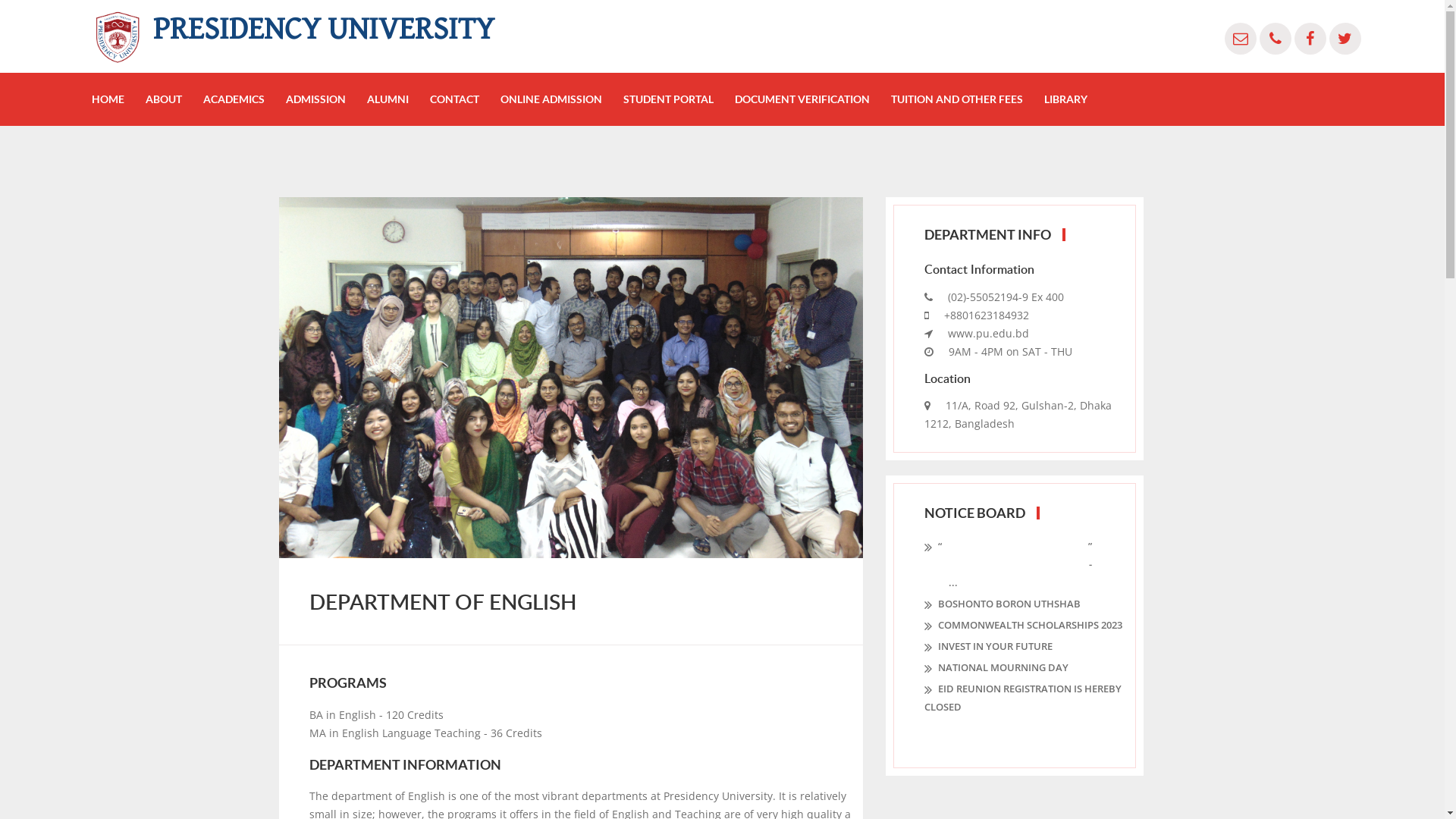 The image size is (1456, 819). I want to click on 'ACADEMICS', so click(233, 99).